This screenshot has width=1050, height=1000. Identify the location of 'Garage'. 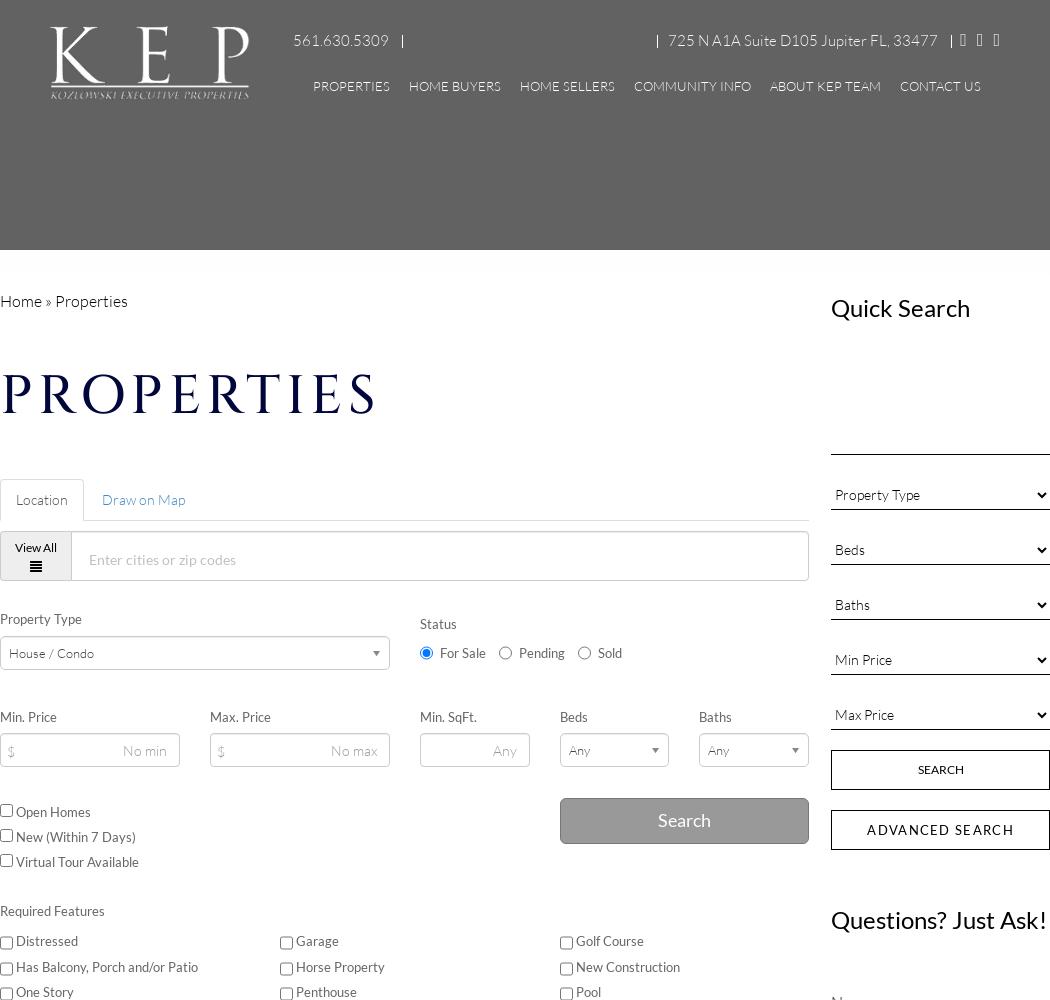
(315, 940).